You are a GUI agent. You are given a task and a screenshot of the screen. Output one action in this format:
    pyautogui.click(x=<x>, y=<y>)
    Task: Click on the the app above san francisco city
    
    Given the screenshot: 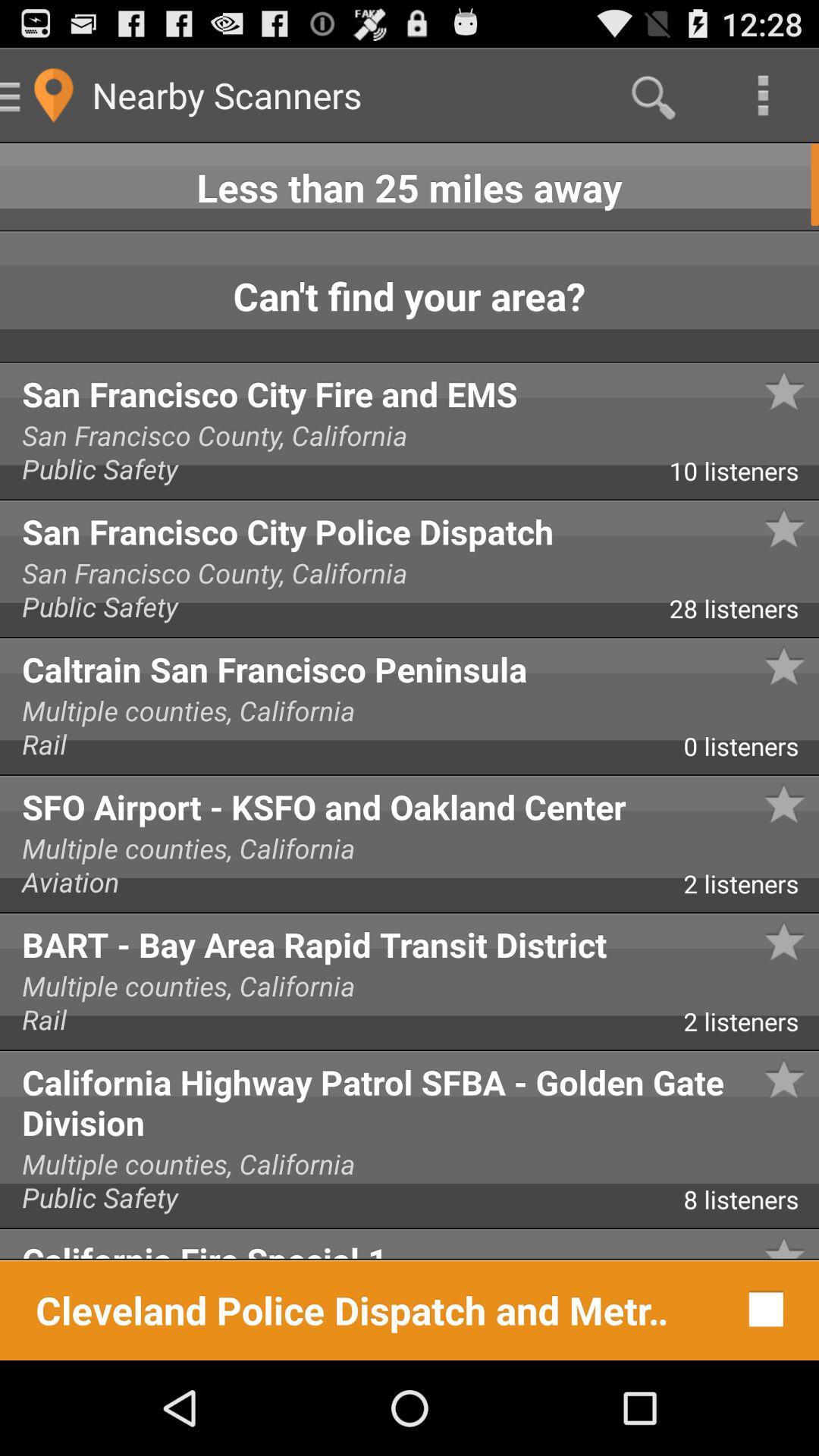 What is the action you would take?
    pyautogui.click(x=743, y=475)
    